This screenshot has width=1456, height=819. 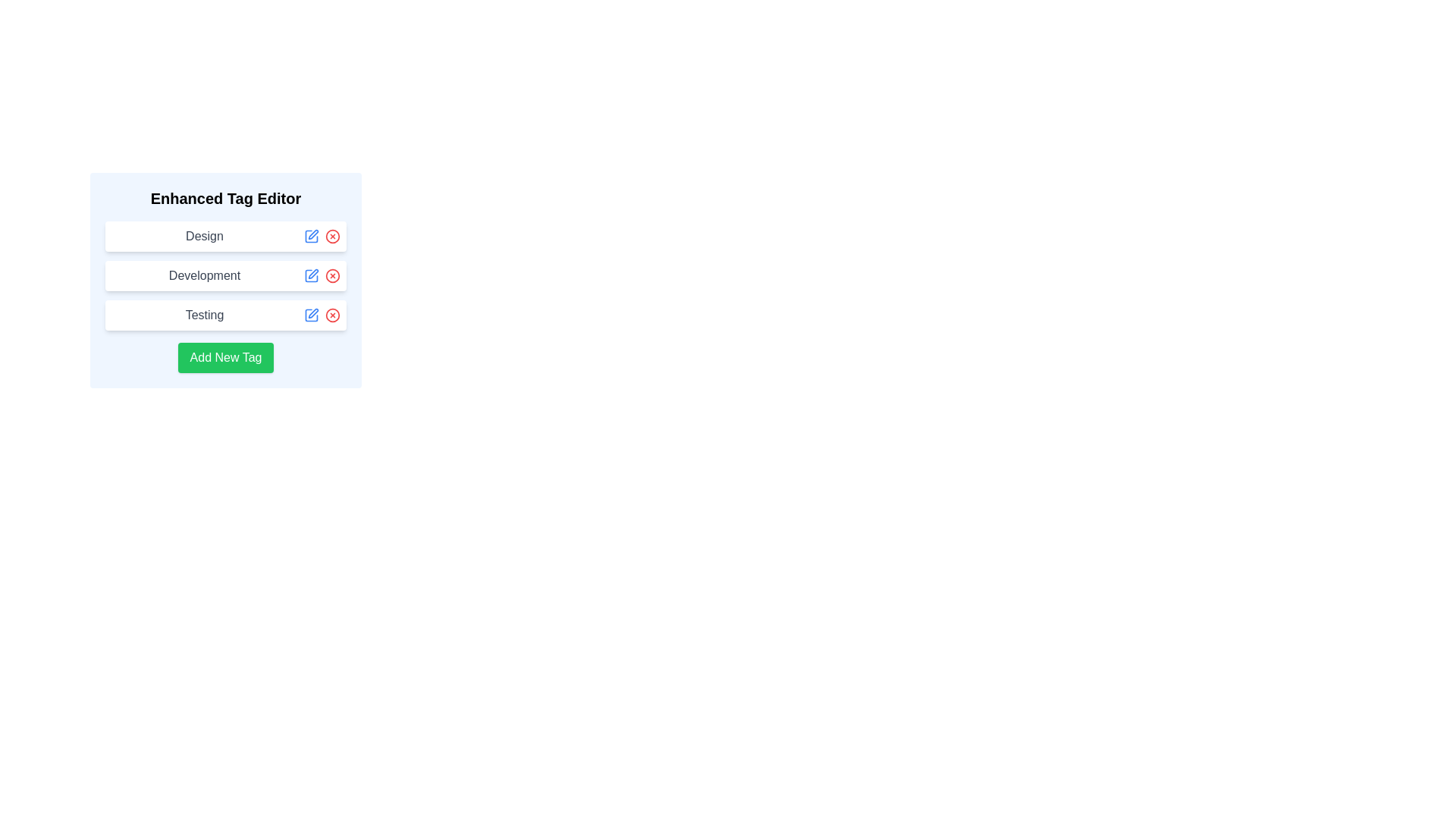 What do you see at coordinates (322, 315) in the screenshot?
I see `the edit button (square with a pen icon) located on the far right side of the 'Testing' row` at bounding box center [322, 315].